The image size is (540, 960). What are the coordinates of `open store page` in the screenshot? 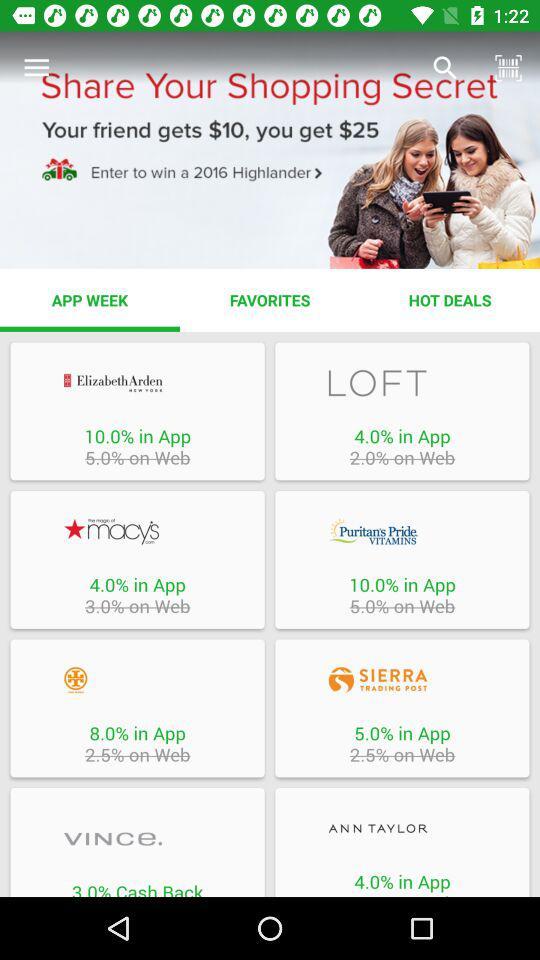 It's located at (136, 382).